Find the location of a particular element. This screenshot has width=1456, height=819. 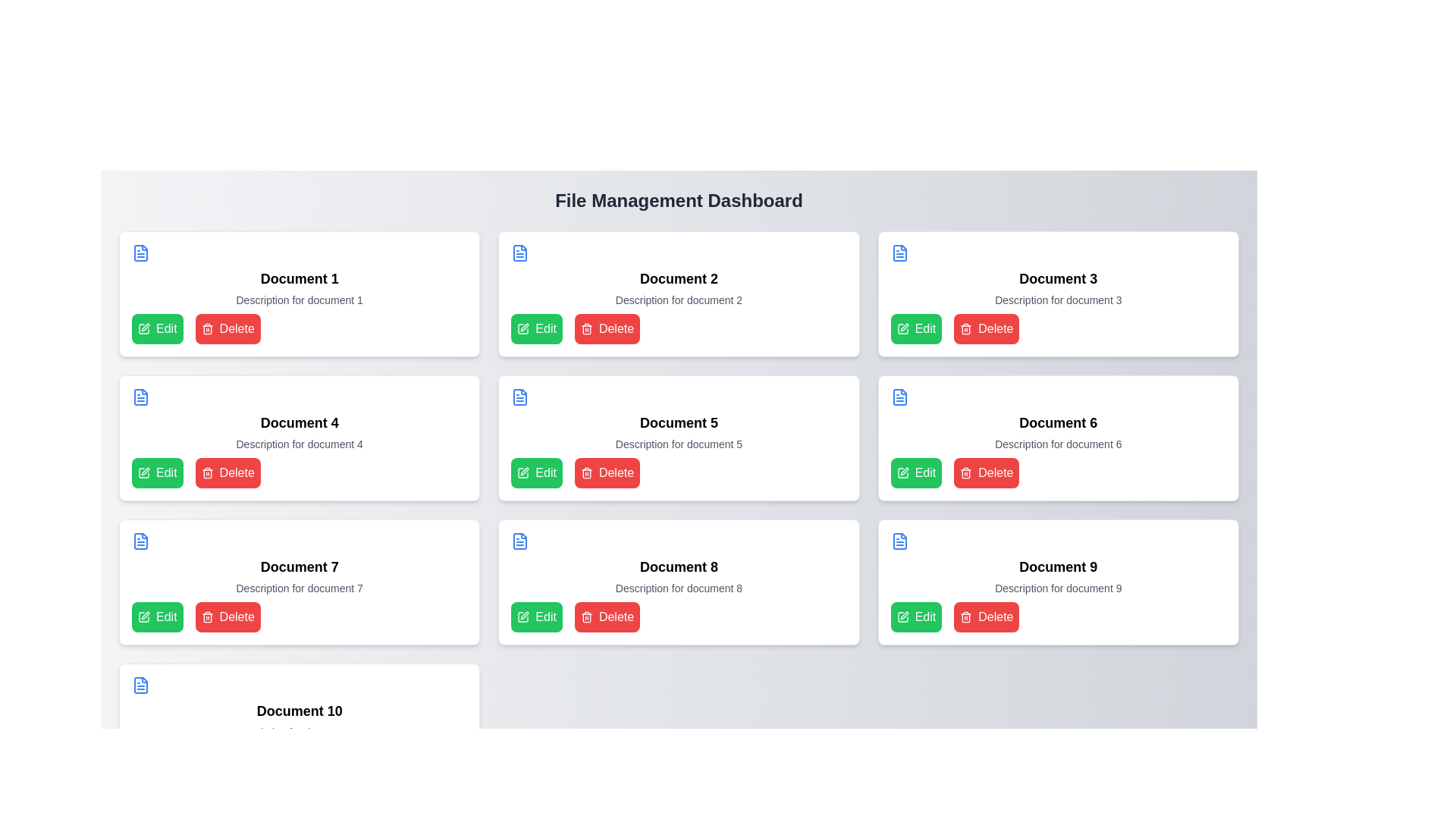

the second button in the 'Edit' and 'Delete' button group located in the top-left card of the document grid is located at coordinates (227, 328).